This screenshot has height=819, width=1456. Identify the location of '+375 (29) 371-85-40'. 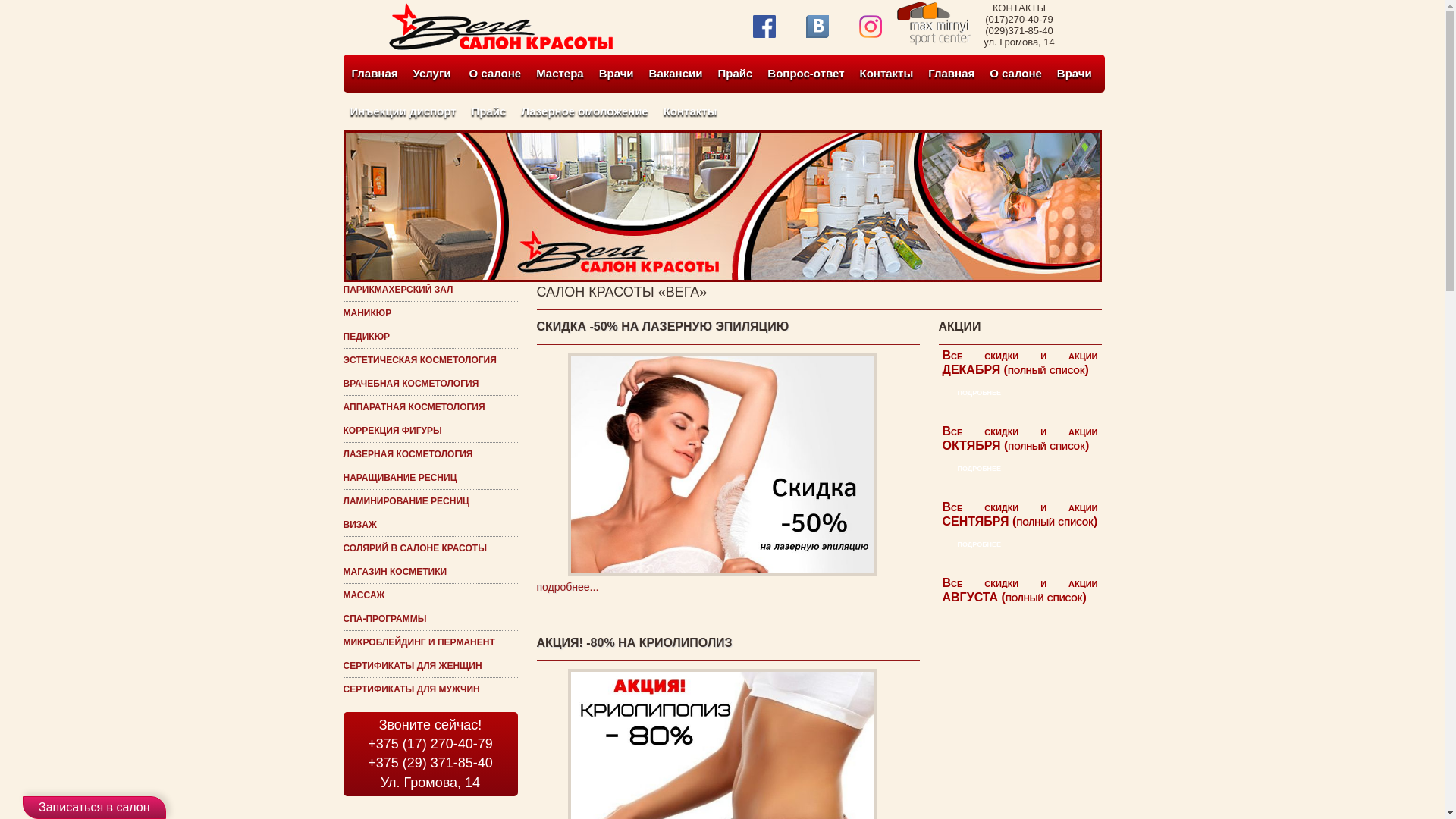
(429, 763).